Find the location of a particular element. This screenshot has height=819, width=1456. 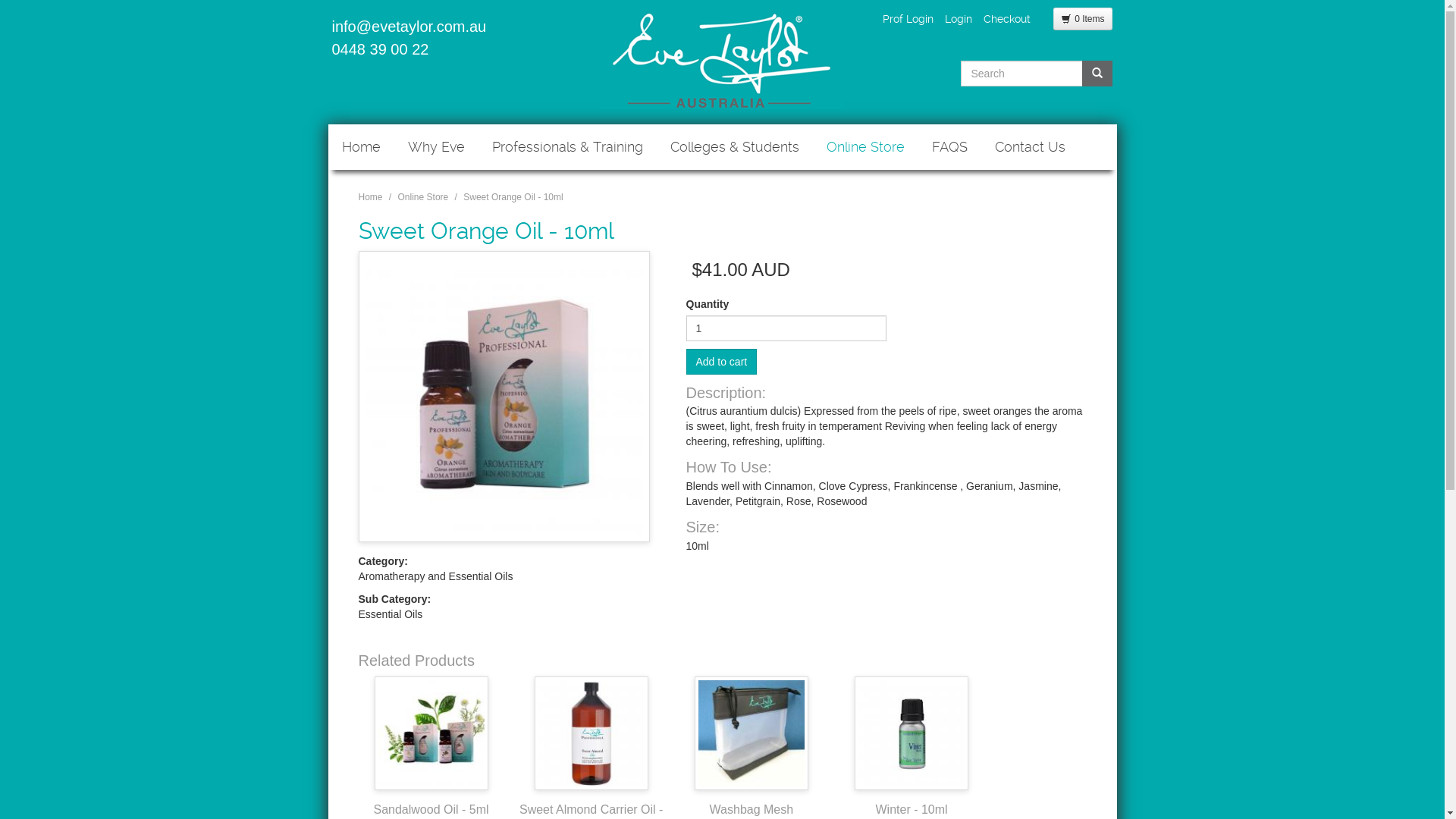

'Enter the terms you wish to search for.' is located at coordinates (1021, 73).